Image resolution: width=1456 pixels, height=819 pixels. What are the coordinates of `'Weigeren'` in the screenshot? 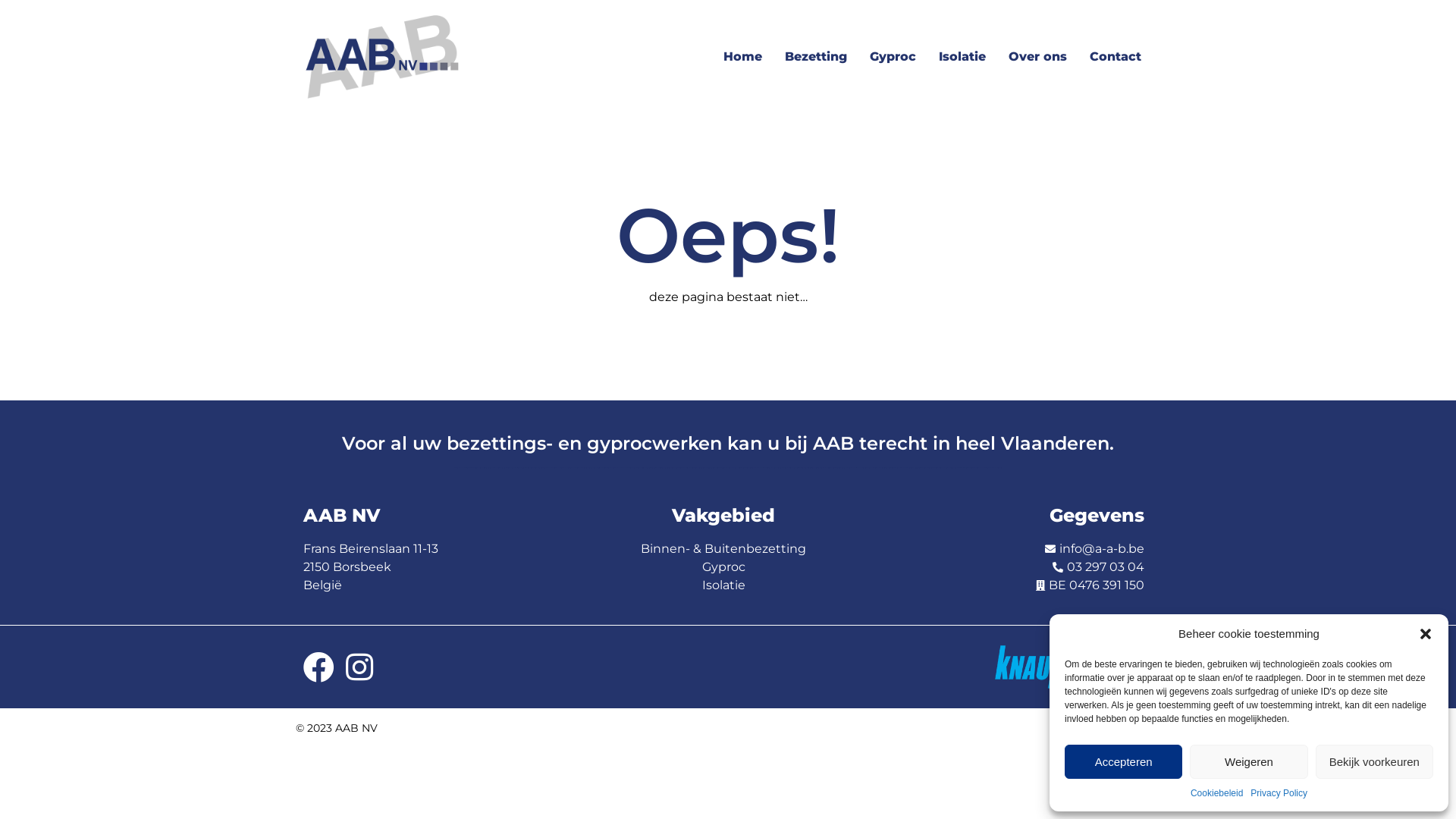 It's located at (1248, 761).